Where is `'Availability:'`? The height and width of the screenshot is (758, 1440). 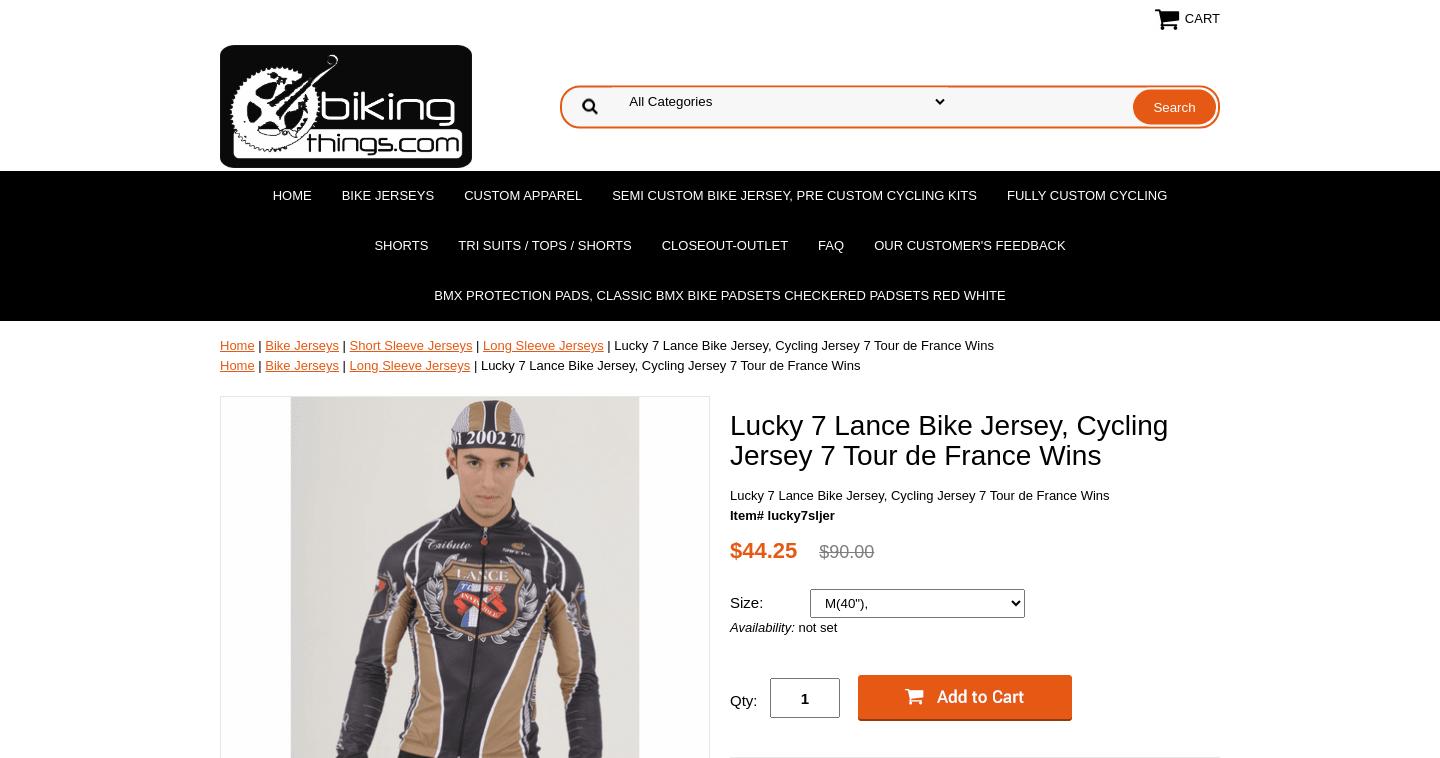 'Availability:' is located at coordinates (728, 627).